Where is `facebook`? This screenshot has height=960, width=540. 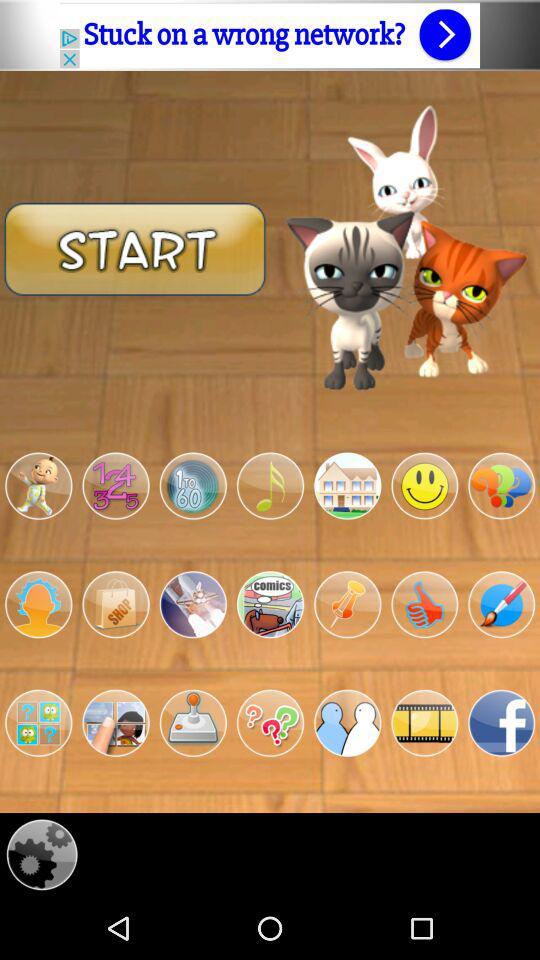 facebook is located at coordinates (500, 722).